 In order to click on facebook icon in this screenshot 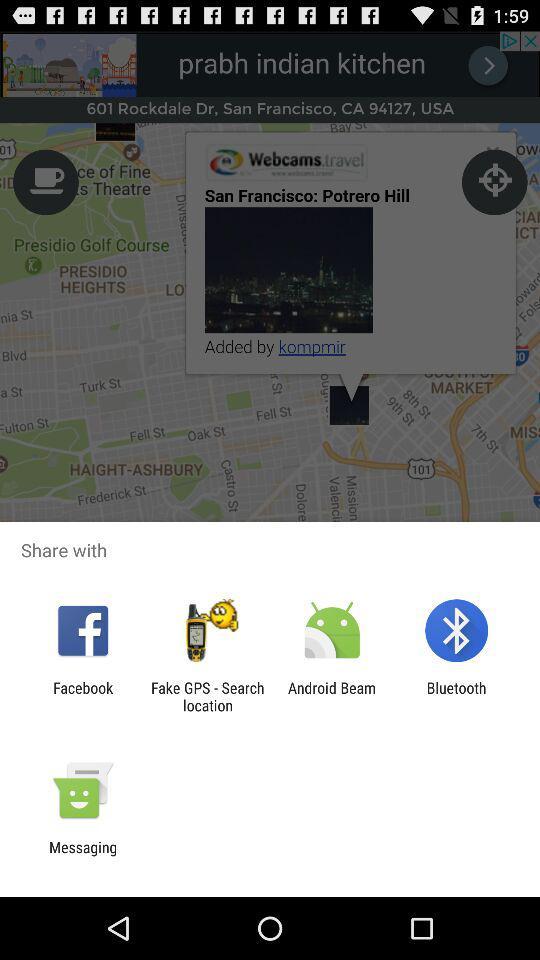, I will do `click(82, 696)`.